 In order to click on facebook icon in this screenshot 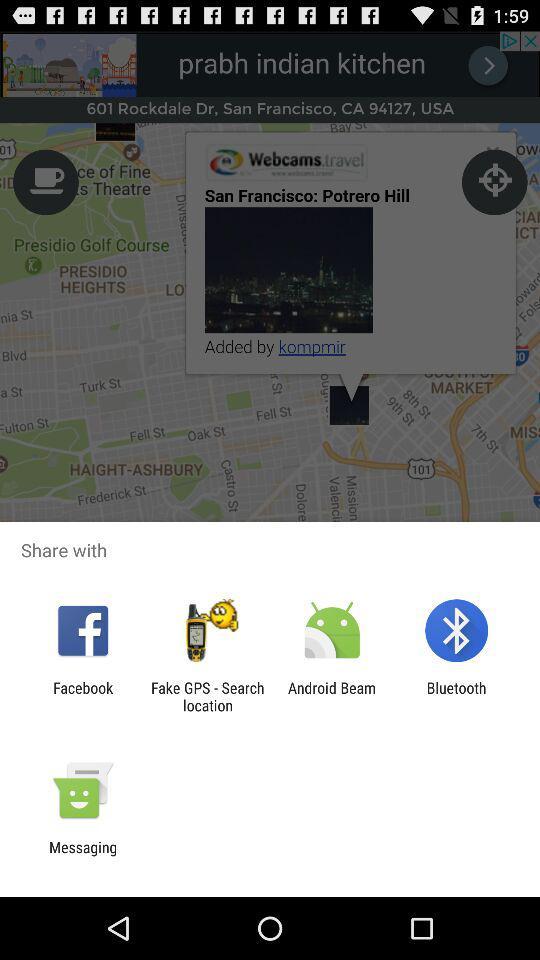, I will do `click(82, 696)`.